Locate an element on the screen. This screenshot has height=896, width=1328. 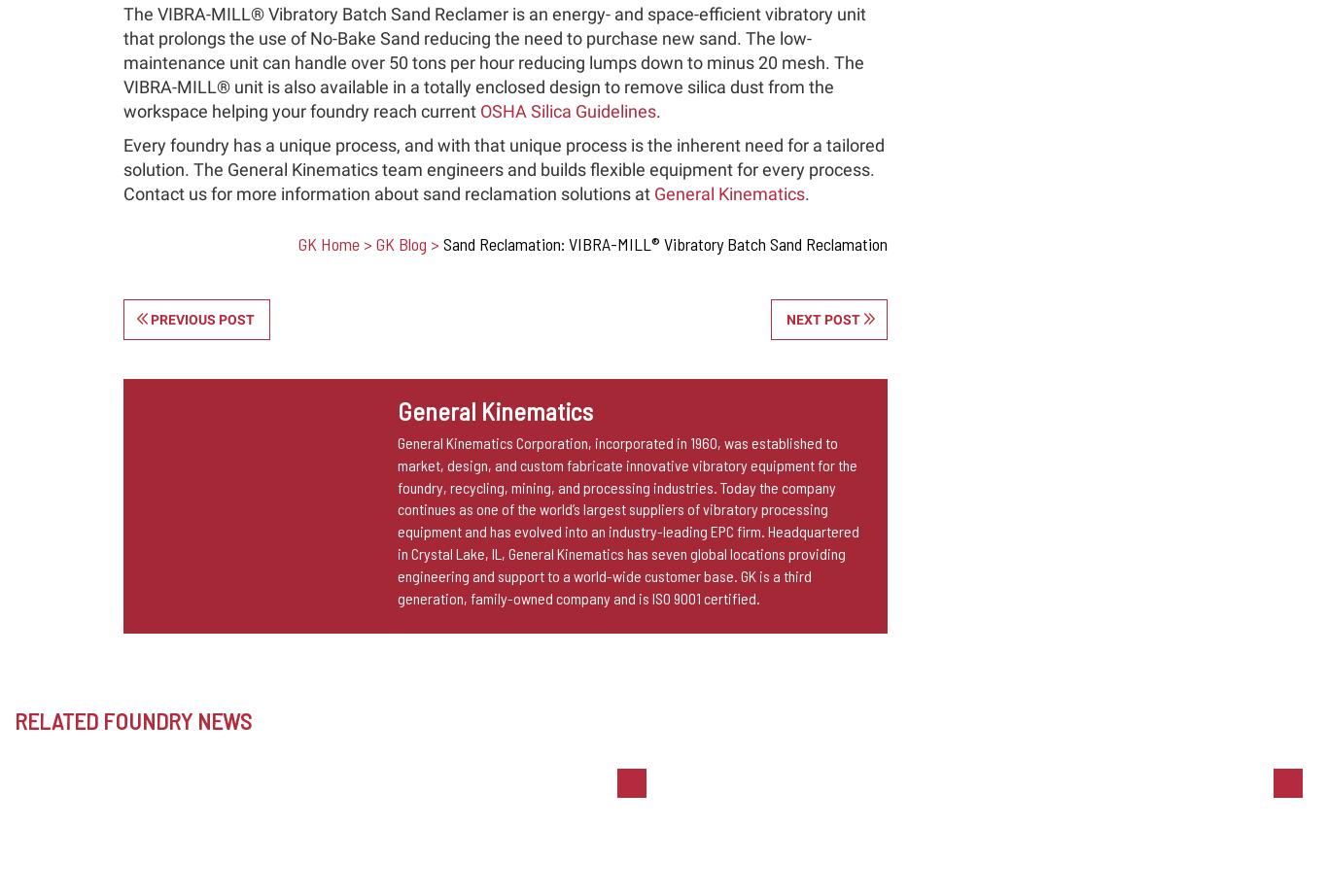
'General Kinematics Corporation, incorporated in 1960, was established to market, design, and custom fabricate innovative vibratory equipment for the foundry, recycling, mining, and processing industries. Today the company continues as one of the world’s largest suppliers of vibratory processing equipment and has evolved into an industry-leading EPC firm. Headquartered in Crystal Lake, IL, General Kinematics has seven global locations providing engineering and support to a world-wide customer base. GK is a third generation, family-owned company and is ISO 9001 certified.' is located at coordinates (626, 519).